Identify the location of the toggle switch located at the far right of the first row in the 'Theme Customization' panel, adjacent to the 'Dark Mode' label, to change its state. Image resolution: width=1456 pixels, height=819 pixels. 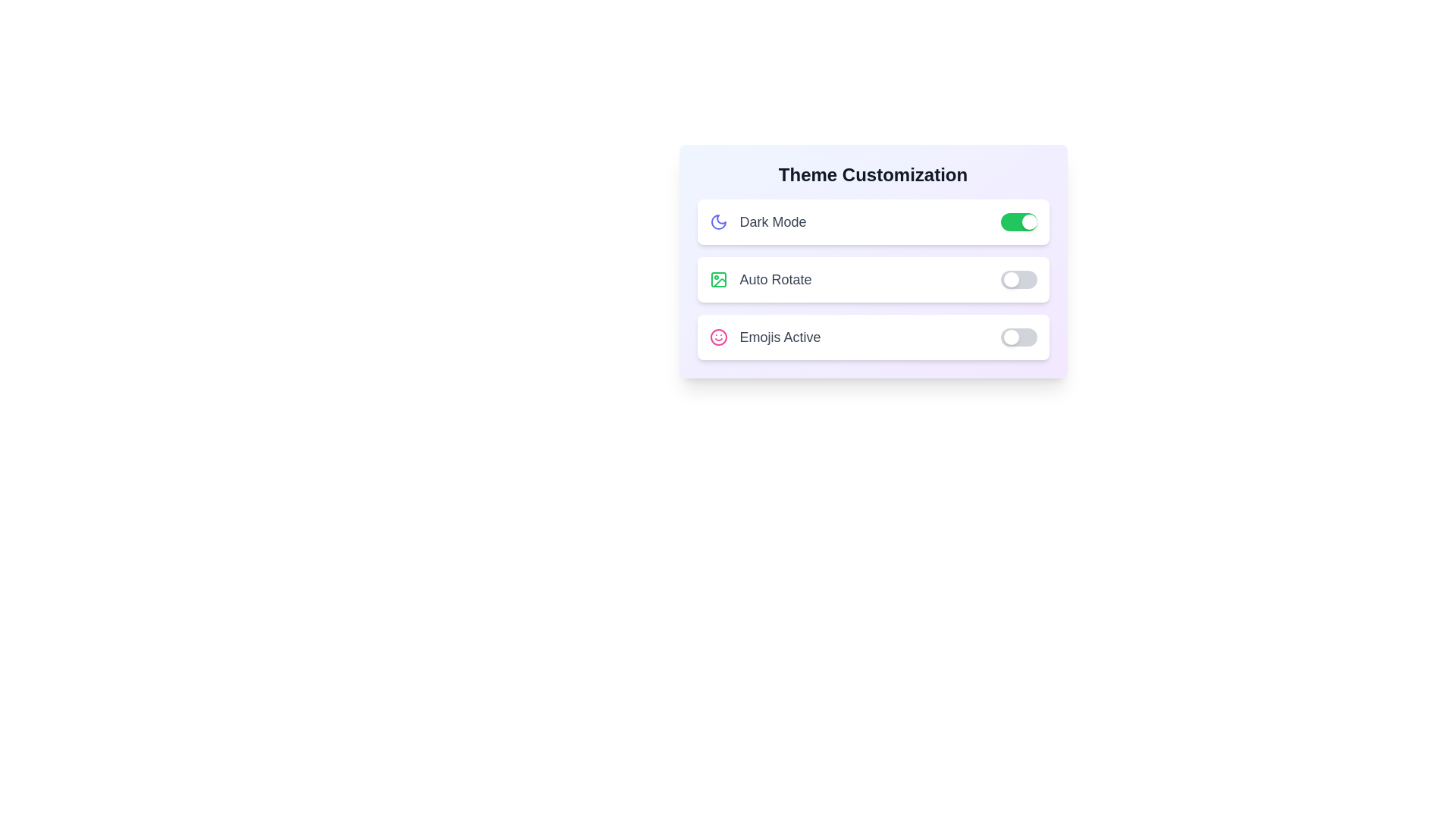
(1018, 222).